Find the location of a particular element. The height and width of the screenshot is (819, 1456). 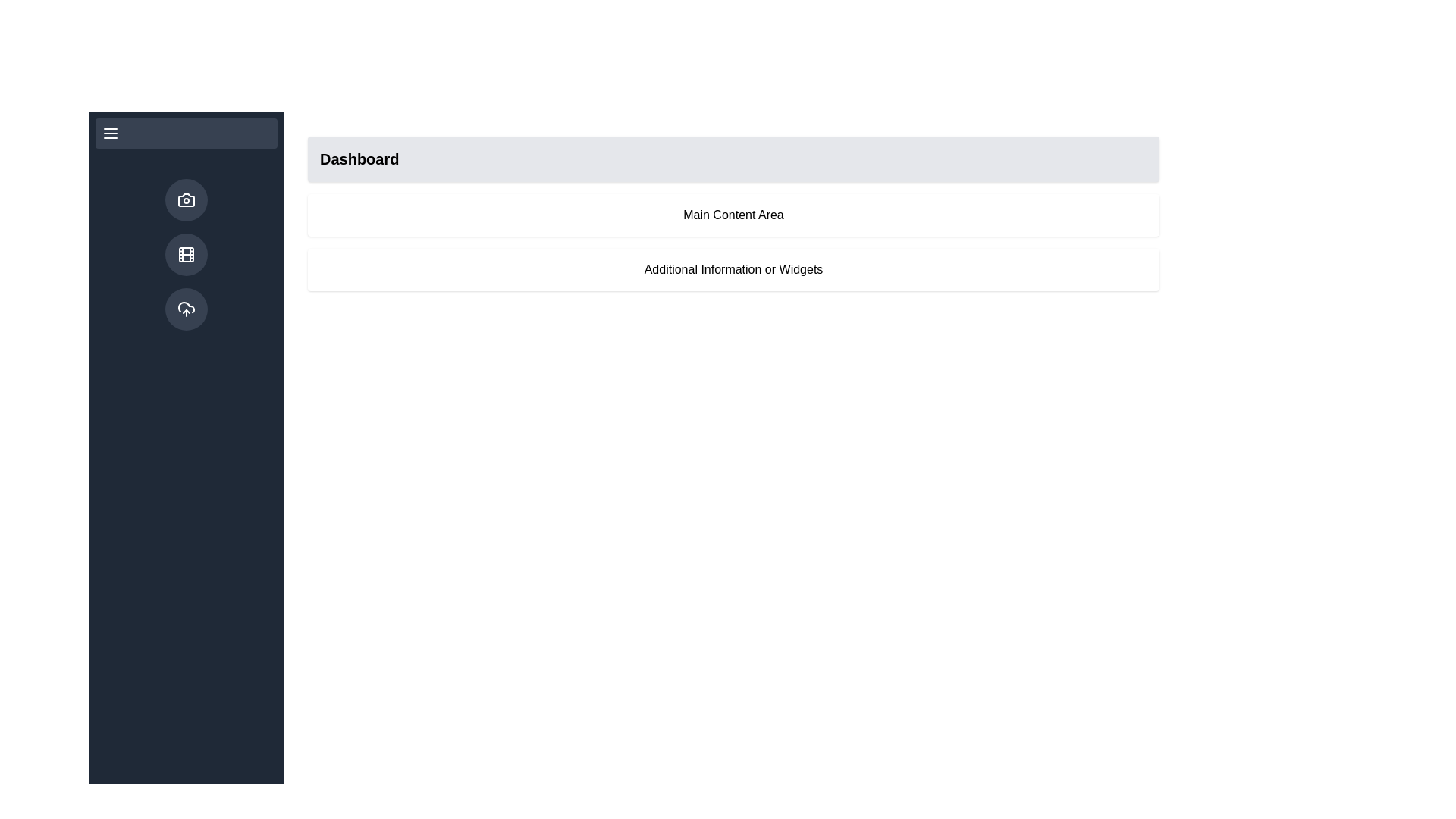

the hamburger menu icon located in the upper-left corner of the sidebar is located at coordinates (109, 133).